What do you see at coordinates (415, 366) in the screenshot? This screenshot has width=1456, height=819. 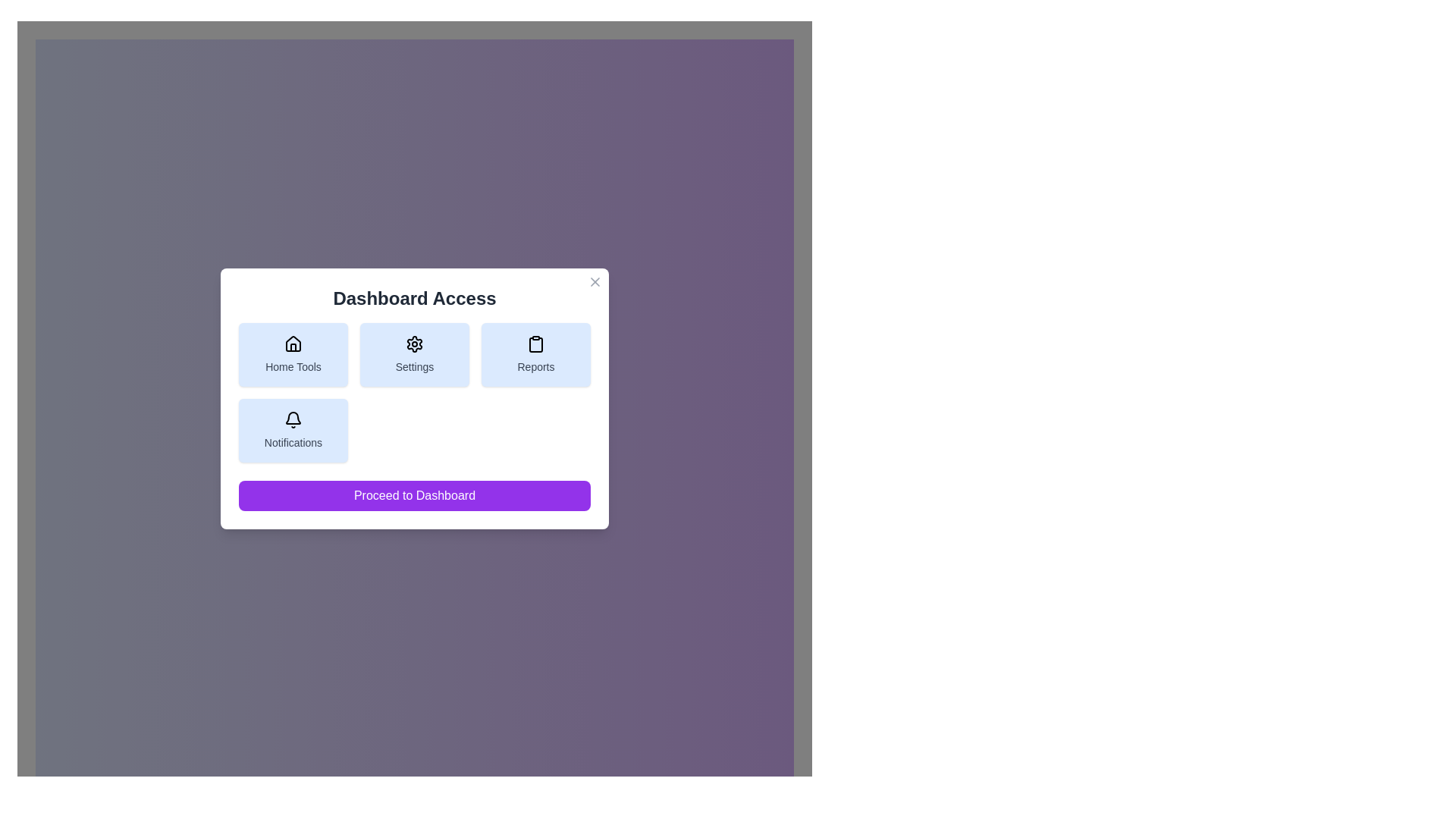 I see `the button containing the Text label that describes settings within the 'Dashboard Access' dialog box` at bounding box center [415, 366].